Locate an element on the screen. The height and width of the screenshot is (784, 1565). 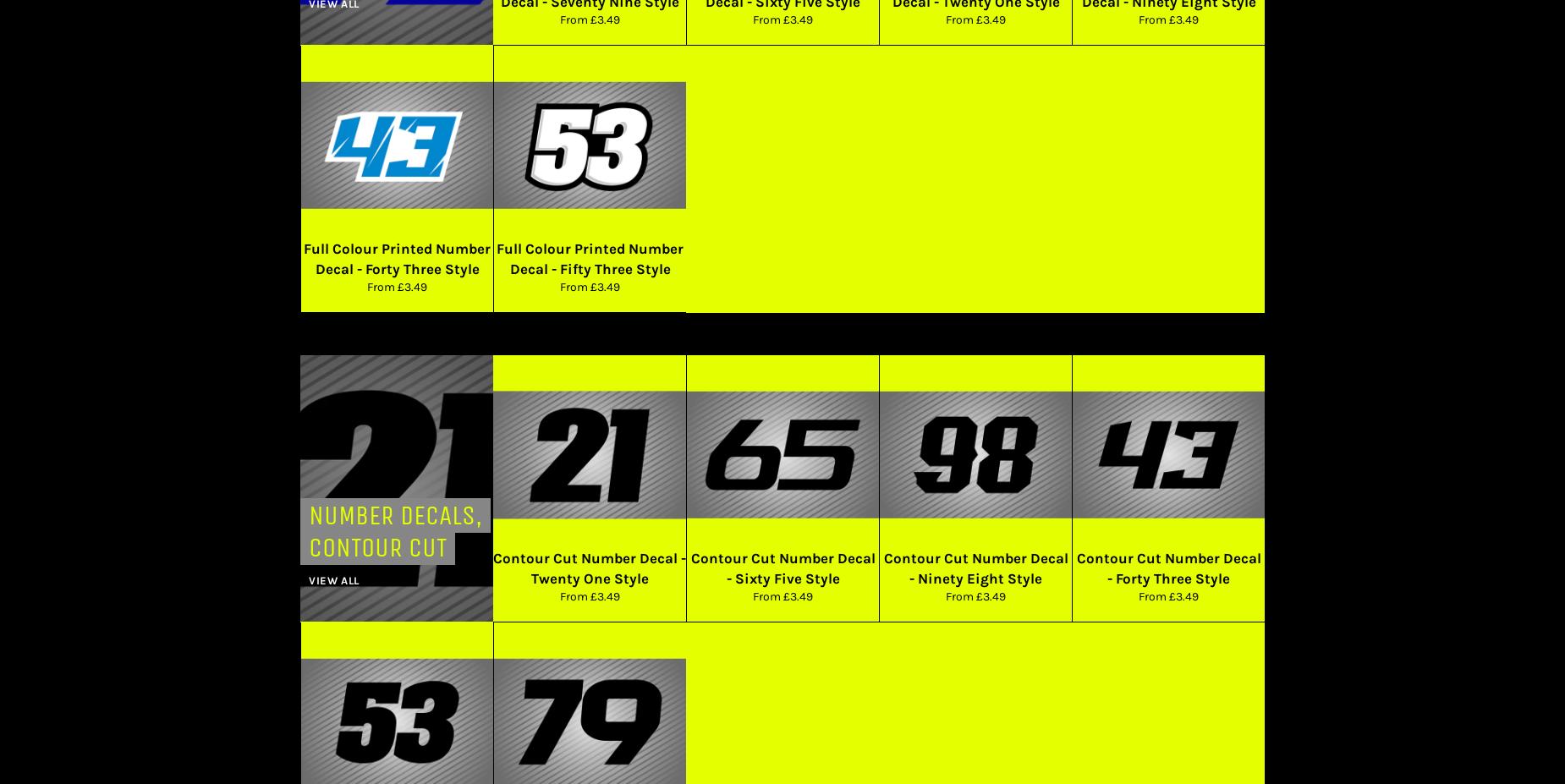
'Contour Cut Number Decal - Sixty Five Style' is located at coordinates (782, 567).